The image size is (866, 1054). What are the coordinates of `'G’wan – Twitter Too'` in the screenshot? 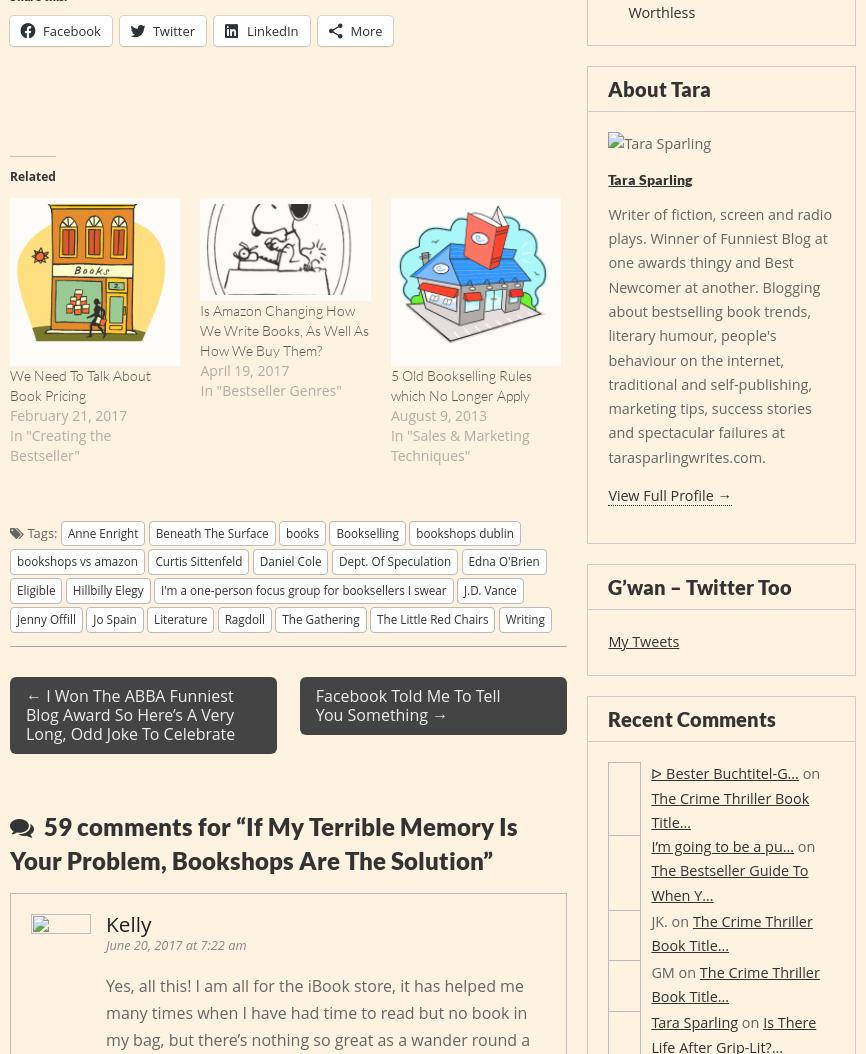 It's located at (698, 585).